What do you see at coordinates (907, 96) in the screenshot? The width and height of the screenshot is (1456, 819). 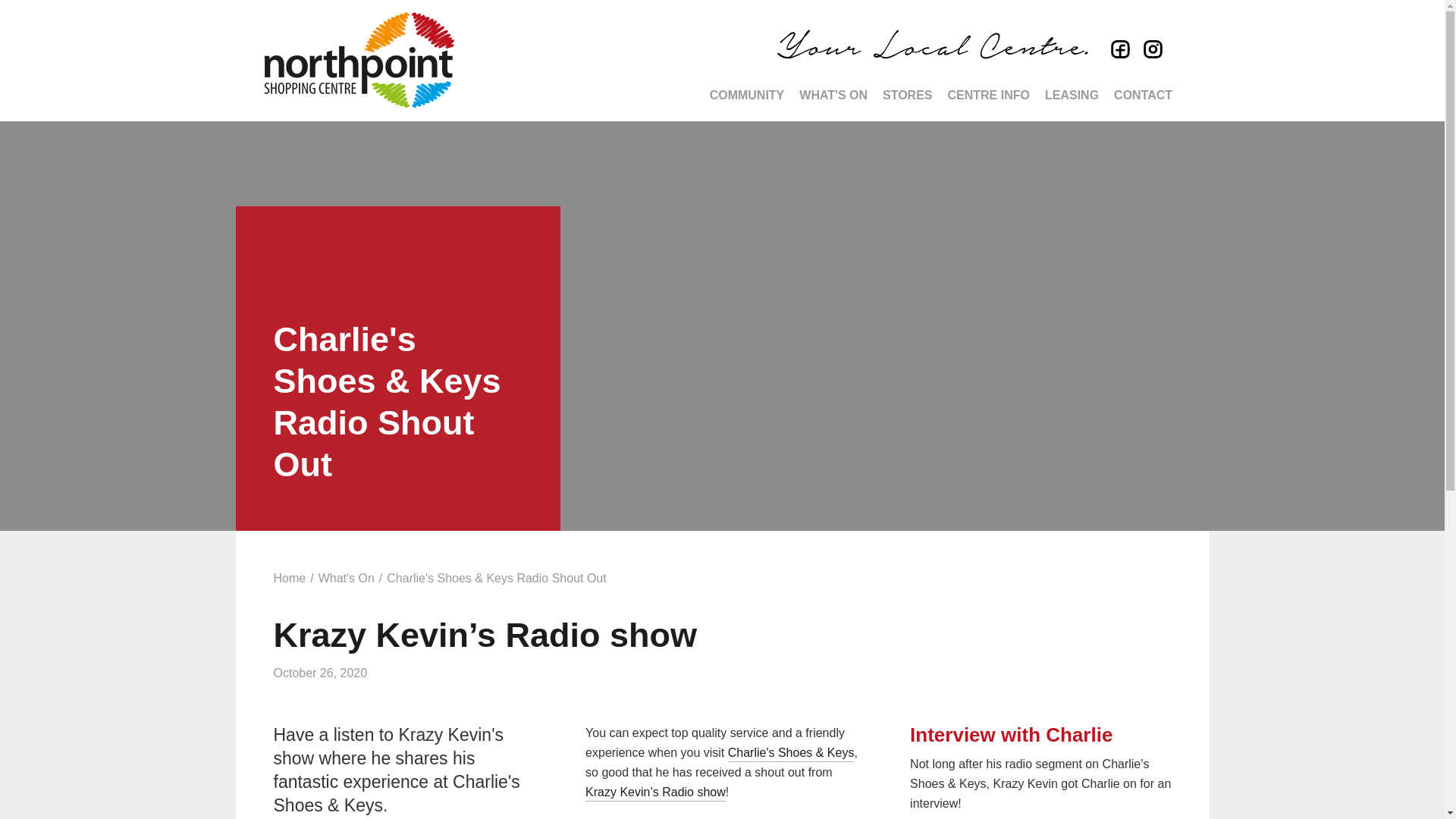 I see `'STORES'` at bounding box center [907, 96].